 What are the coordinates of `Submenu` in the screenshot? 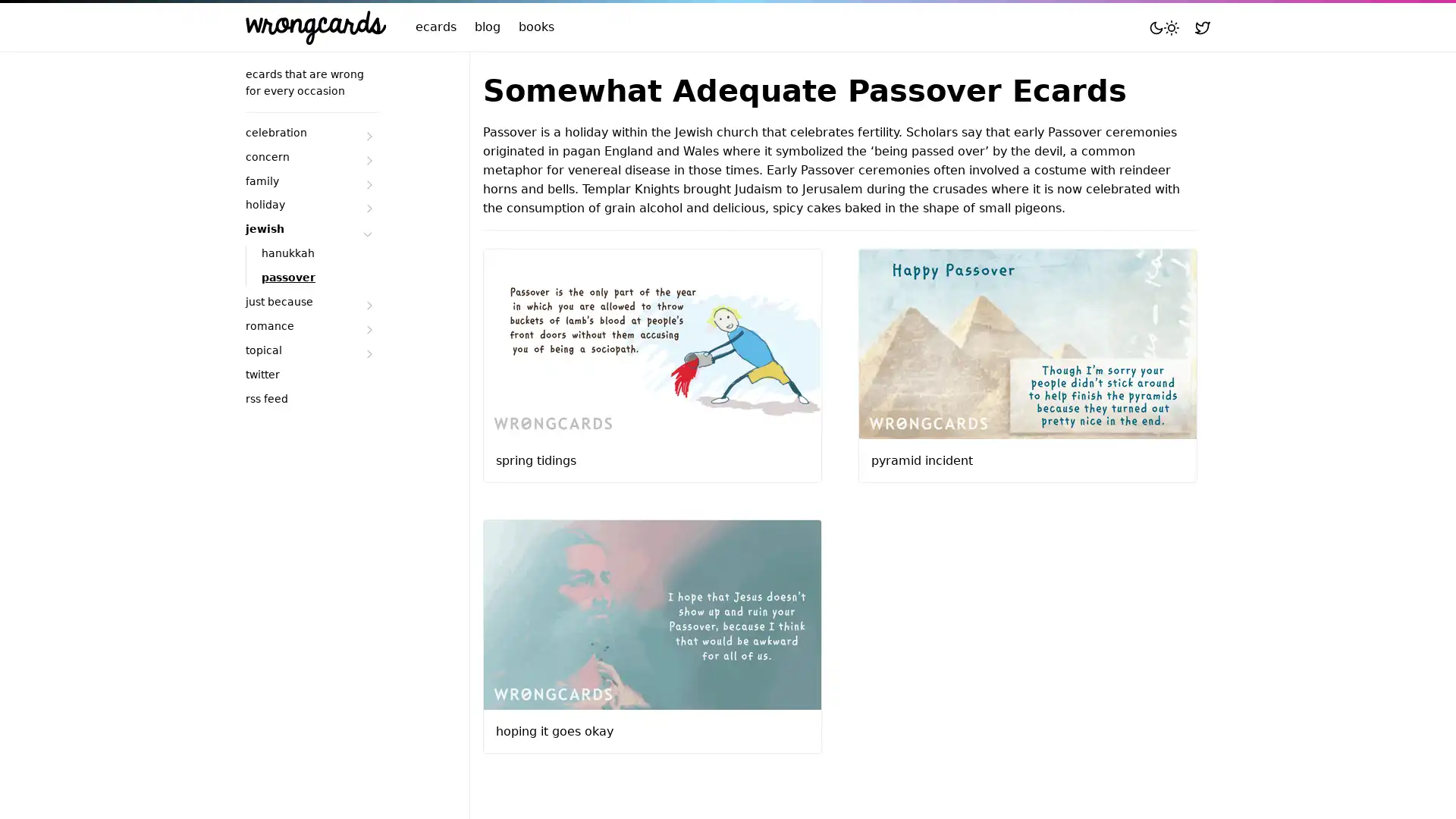 It's located at (367, 208).